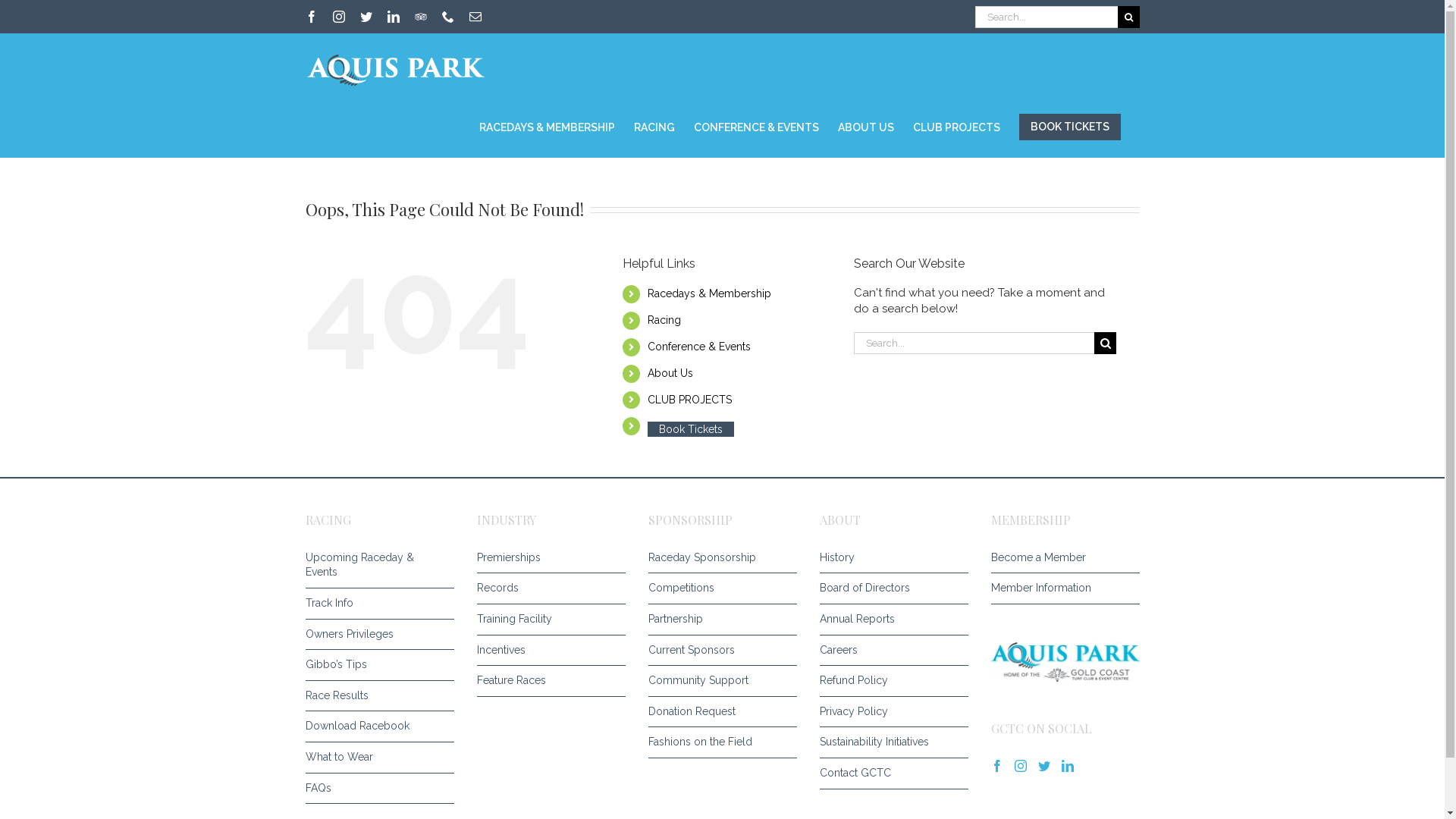  What do you see at coordinates (889, 587) in the screenshot?
I see `'Board of Directors'` at bounding box center [889, 587].